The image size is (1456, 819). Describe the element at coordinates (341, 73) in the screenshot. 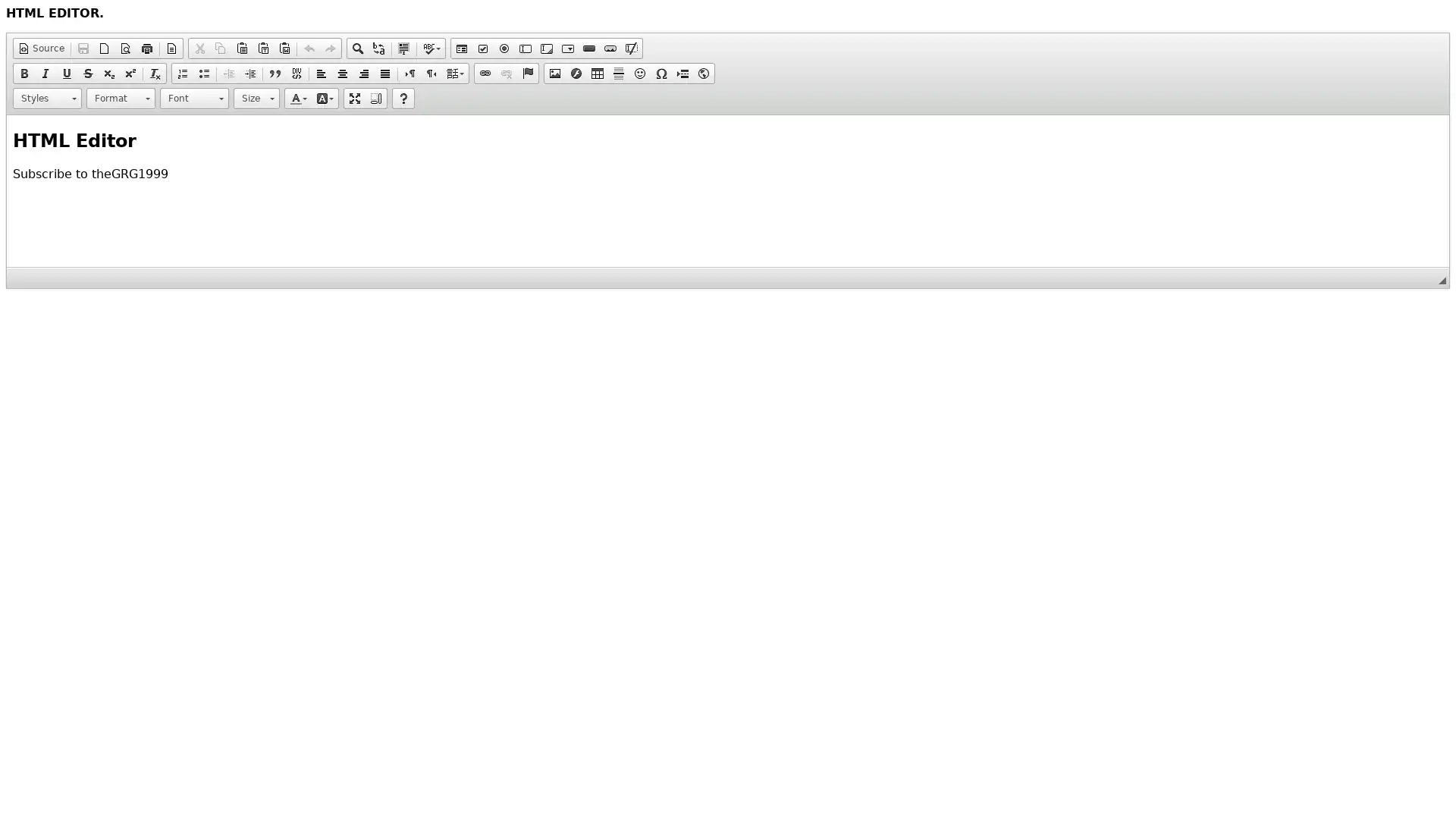

I see `Center` at that location.